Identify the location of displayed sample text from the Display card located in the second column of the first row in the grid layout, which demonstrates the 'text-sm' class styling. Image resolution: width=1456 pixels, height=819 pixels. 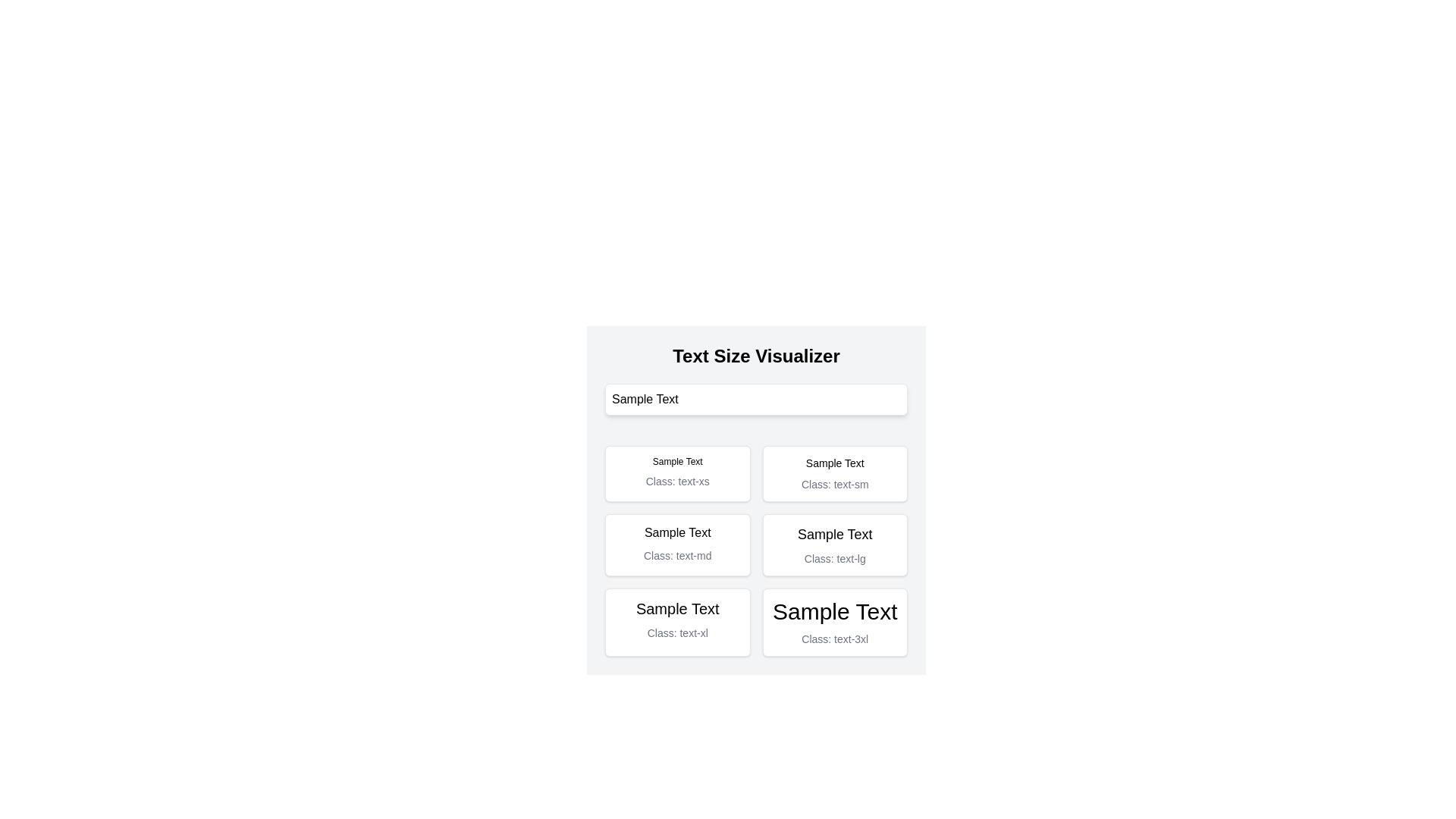
(834, 472).